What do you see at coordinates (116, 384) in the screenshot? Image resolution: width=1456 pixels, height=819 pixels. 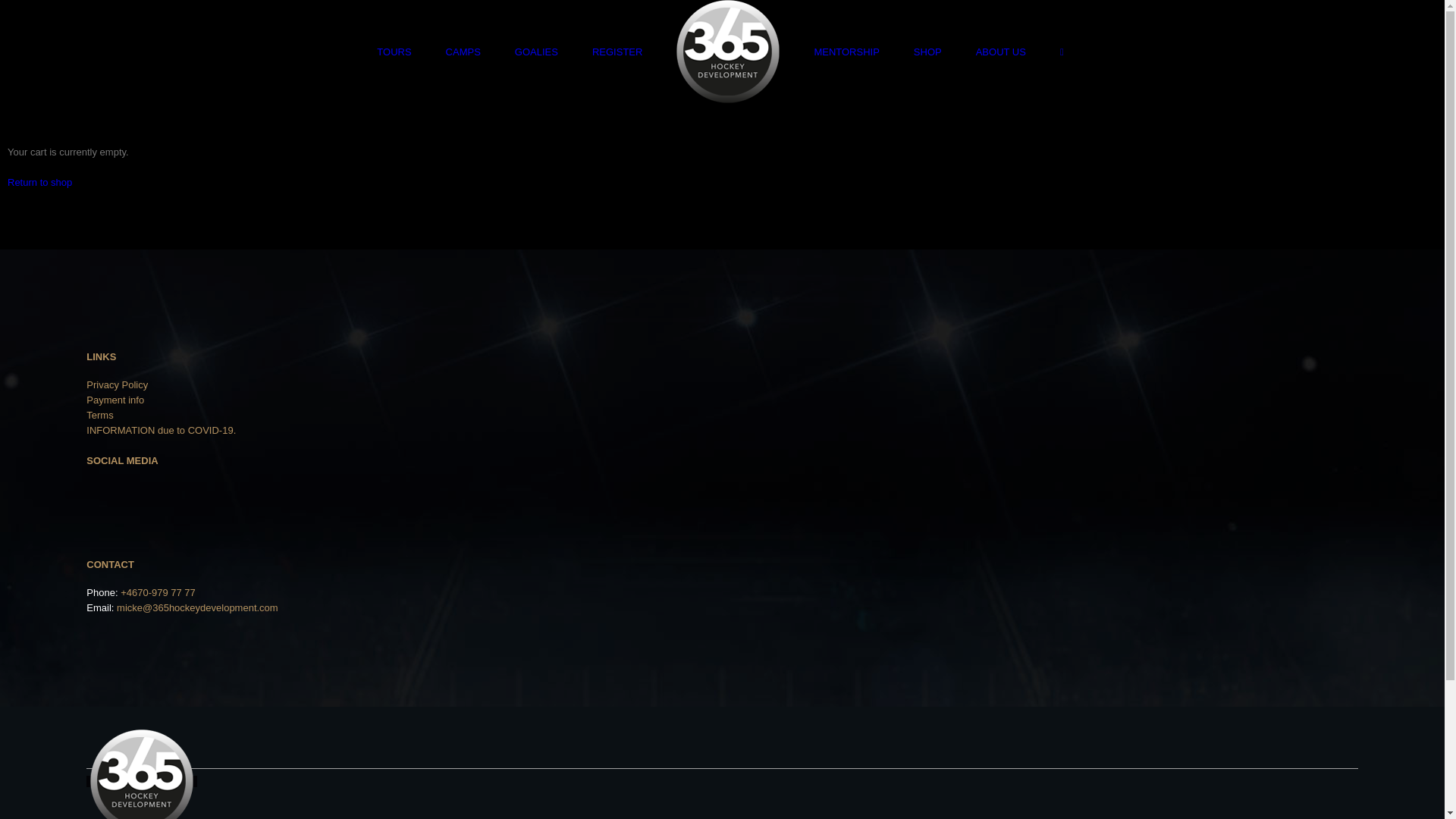 I see `'Privacy Policy'` at bounding box center [116, 384].